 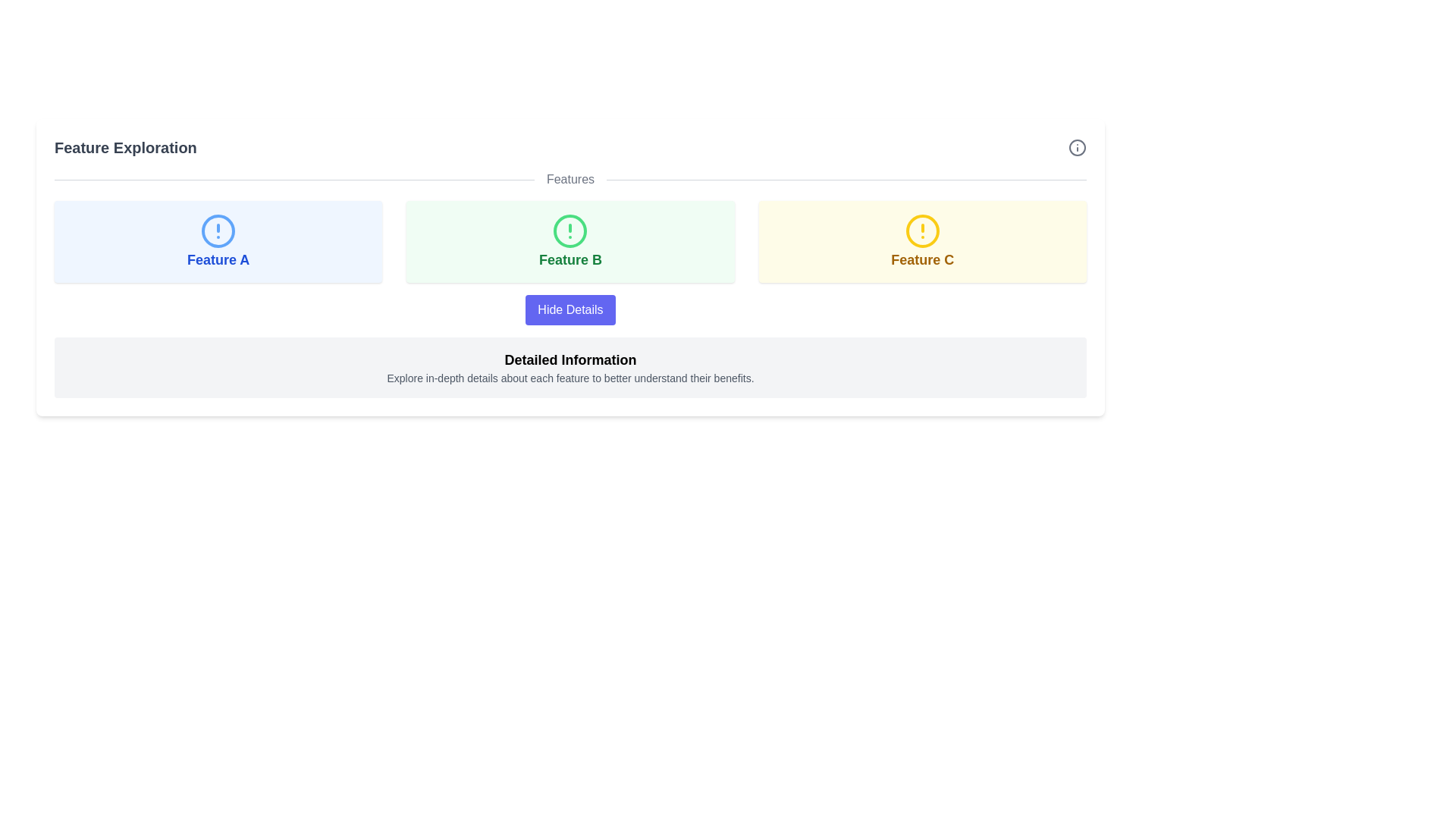 What do you see at coordinates (570, 377) in the screenshot?
I see `the informational Text label located in the 'Detailed Information' section, which provides additional descriptive information about features` at bounding box center [570, 377].